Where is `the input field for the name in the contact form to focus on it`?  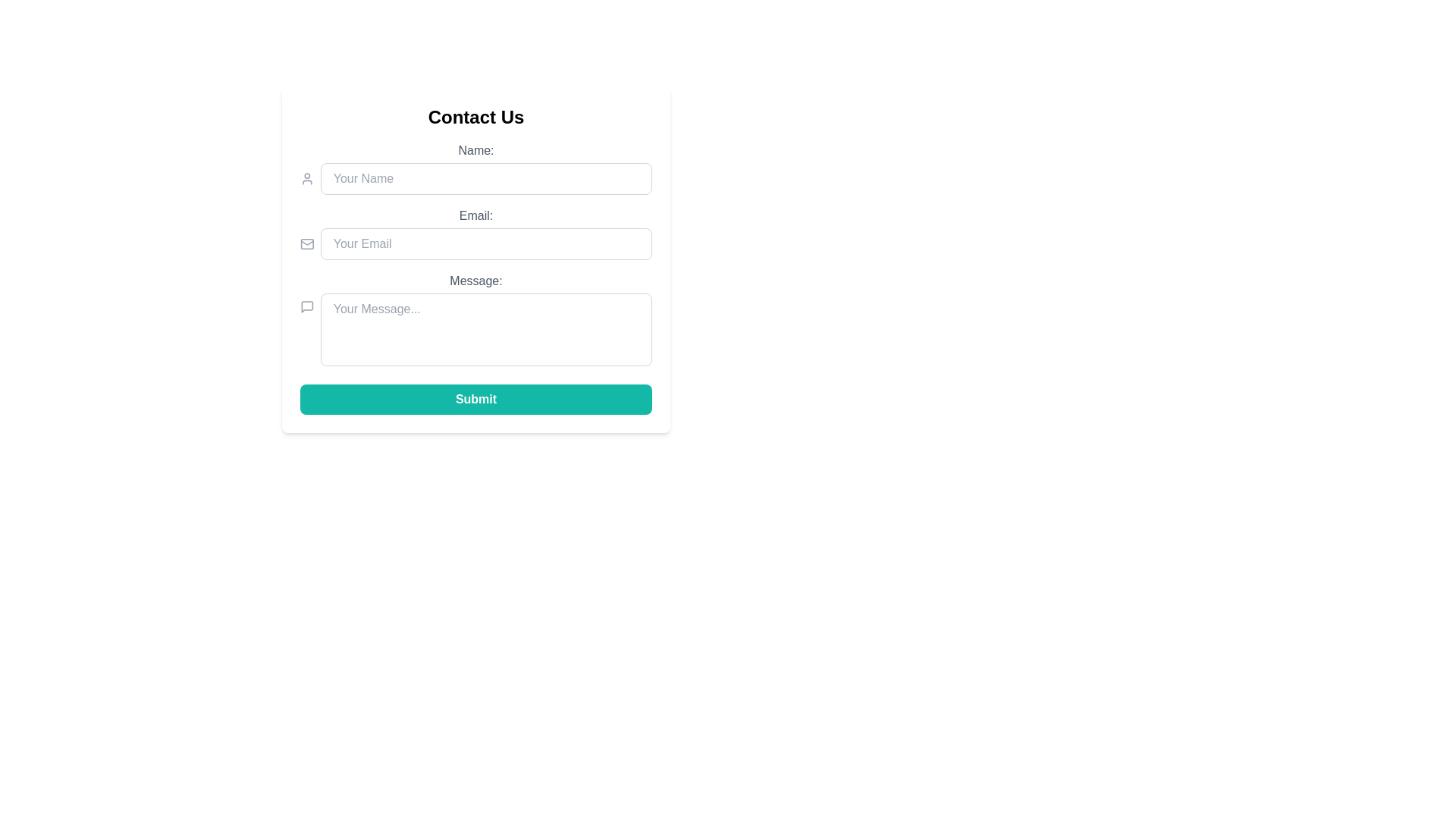 the input field for the name in the contact form to focus on it is located at coordinates (475, 168).